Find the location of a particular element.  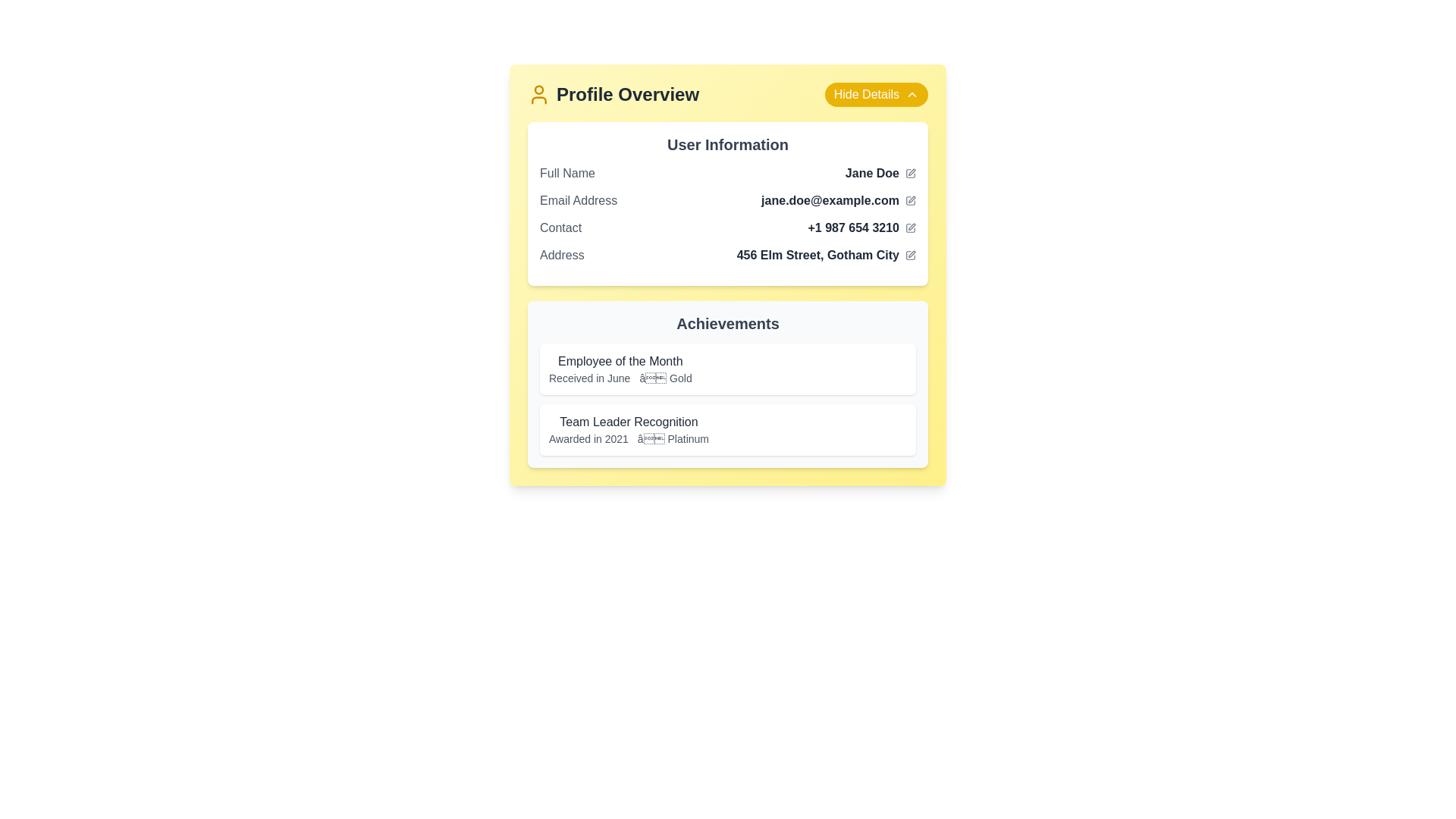

displayed text of the 'Gold' award level label located in the 'Achievements' section under 'Employee of the Month' is located at coordinates (666, 377).